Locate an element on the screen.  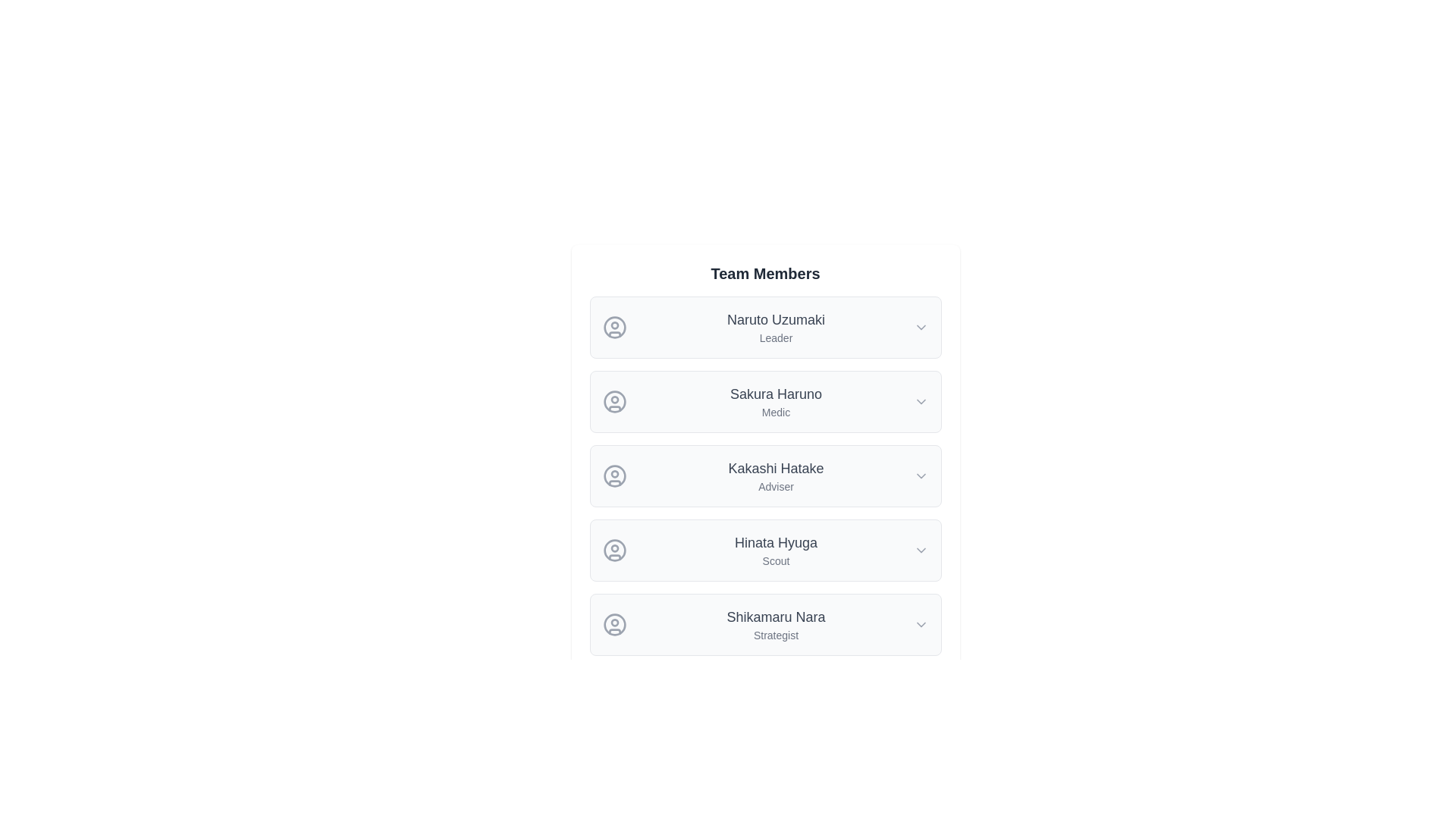
the gray circular border line of the user icon representing 'Hinata Hyuga Scout' is located at coordinates (614, 550).